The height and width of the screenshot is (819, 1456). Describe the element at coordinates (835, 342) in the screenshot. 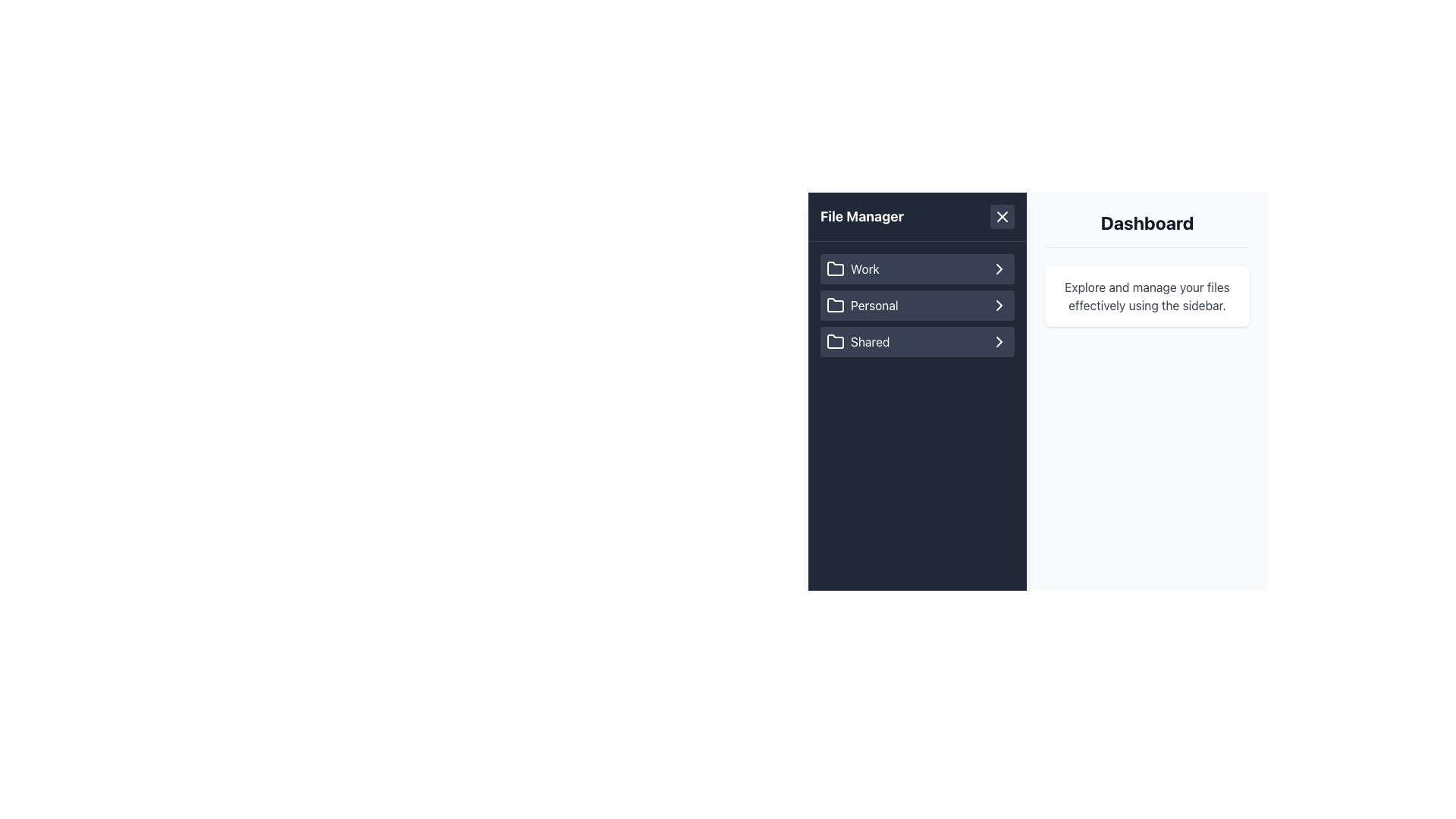

I see `the folder icon located to the left of the text 'Shared'` at that location.